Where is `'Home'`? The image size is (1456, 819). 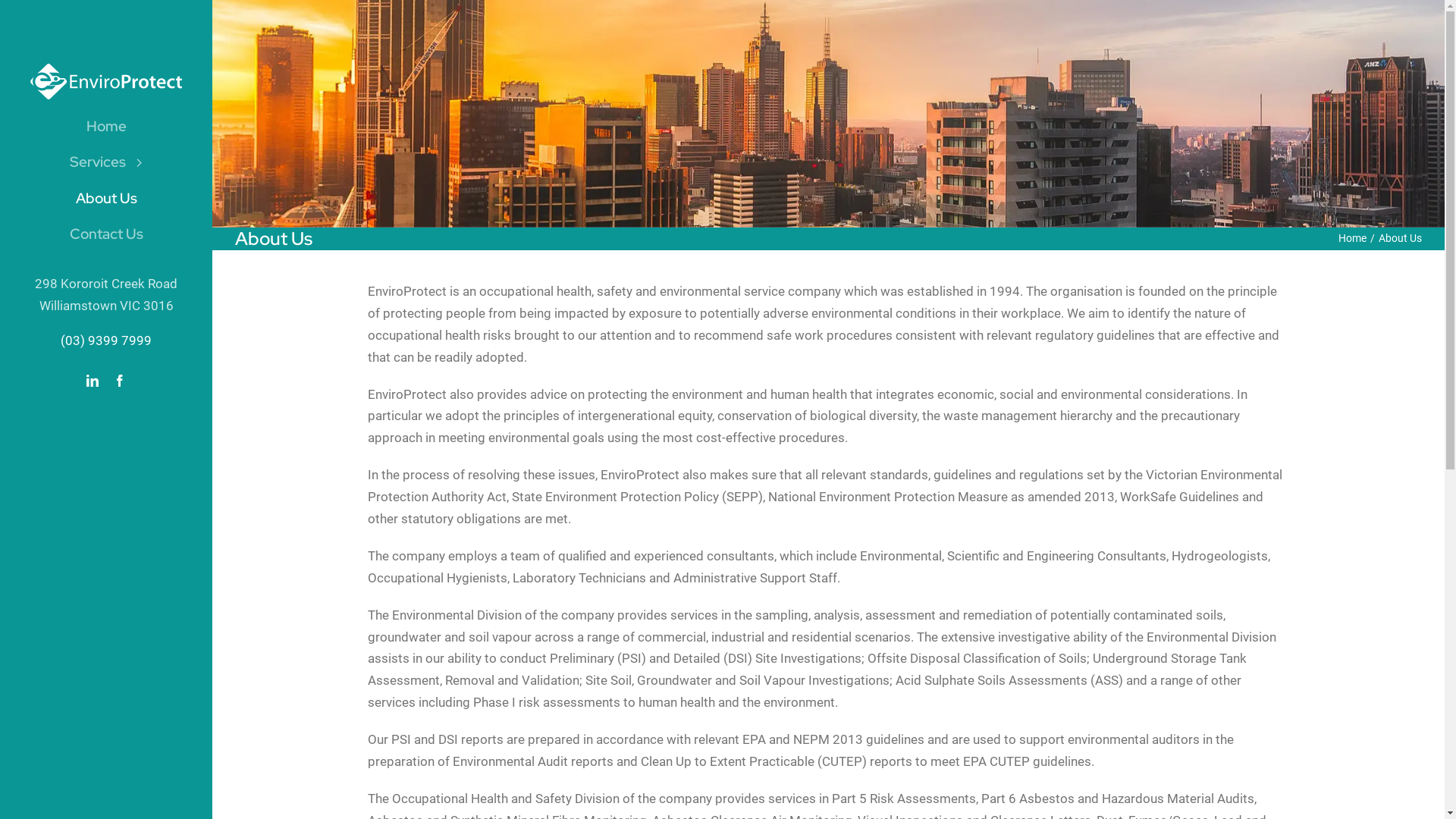 'Home' is located at coordinates (105, 125).